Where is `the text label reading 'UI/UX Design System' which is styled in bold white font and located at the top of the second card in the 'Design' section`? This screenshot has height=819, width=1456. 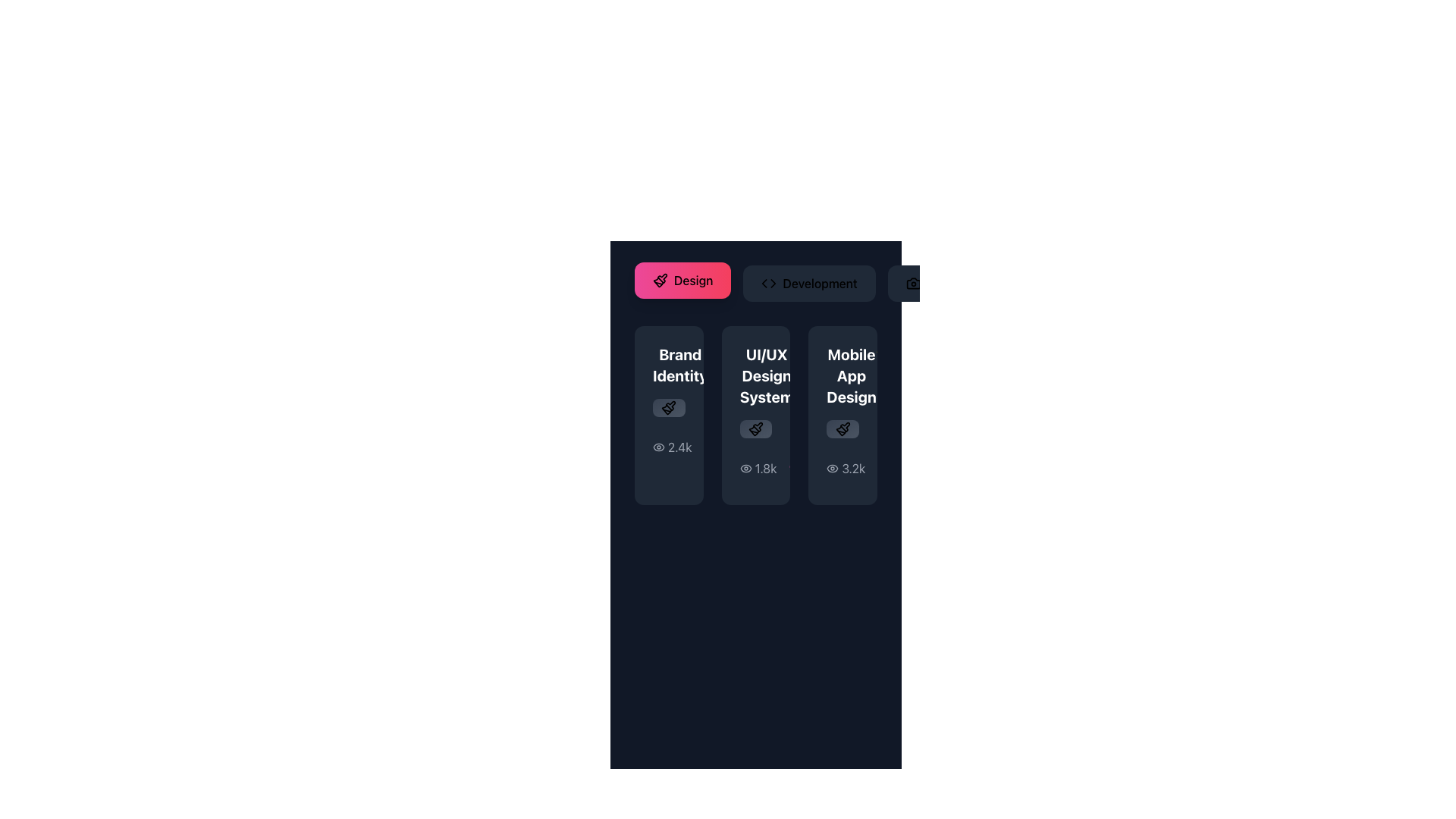
the text label reading 'UI/UX Design System' which is styled in bold white font and located at the top of the second card in the 'Design' section is located at coordinates (767, 375).